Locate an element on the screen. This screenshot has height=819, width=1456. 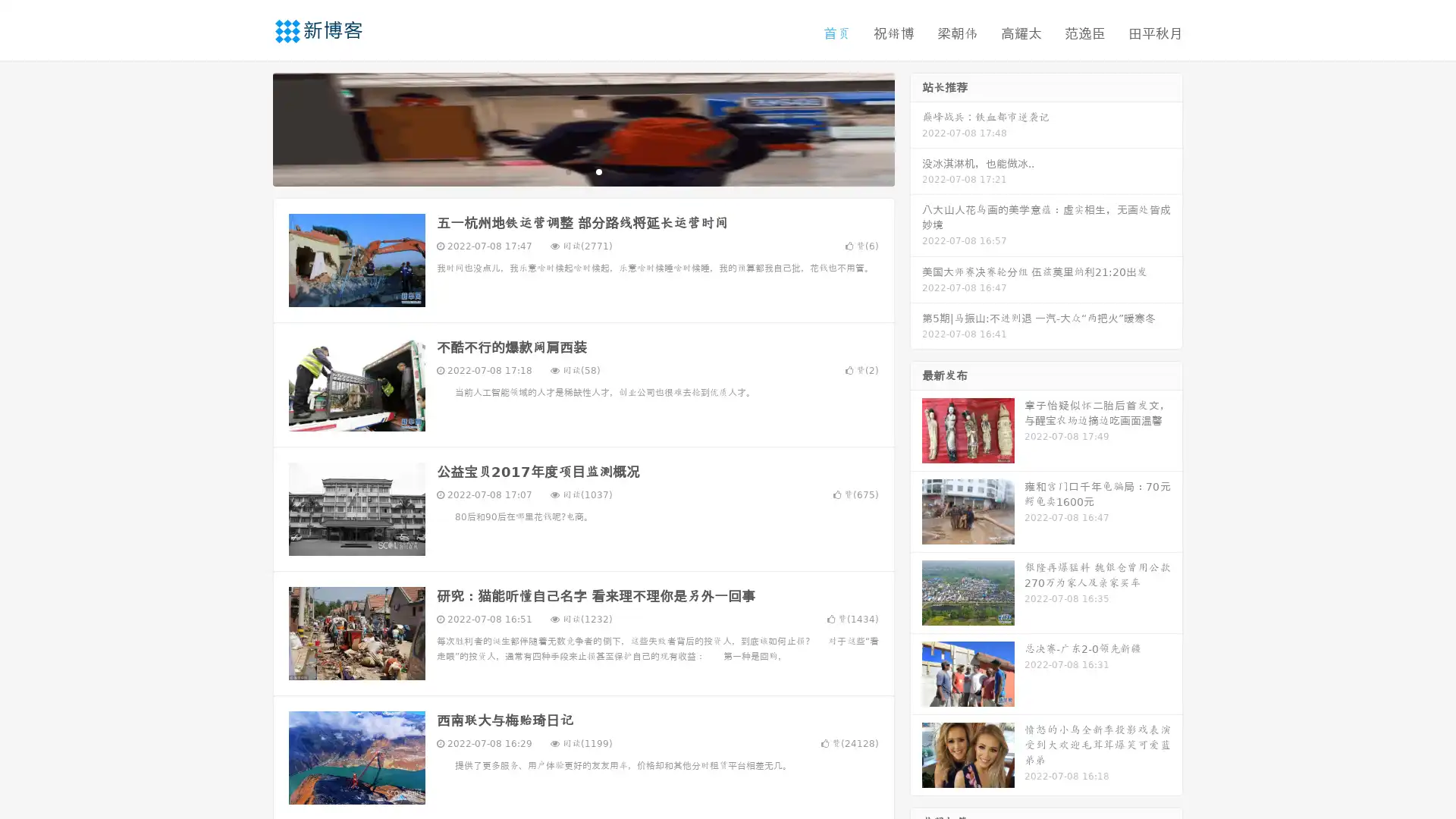
Go to slide 2 is located at coordinates (582, 171).